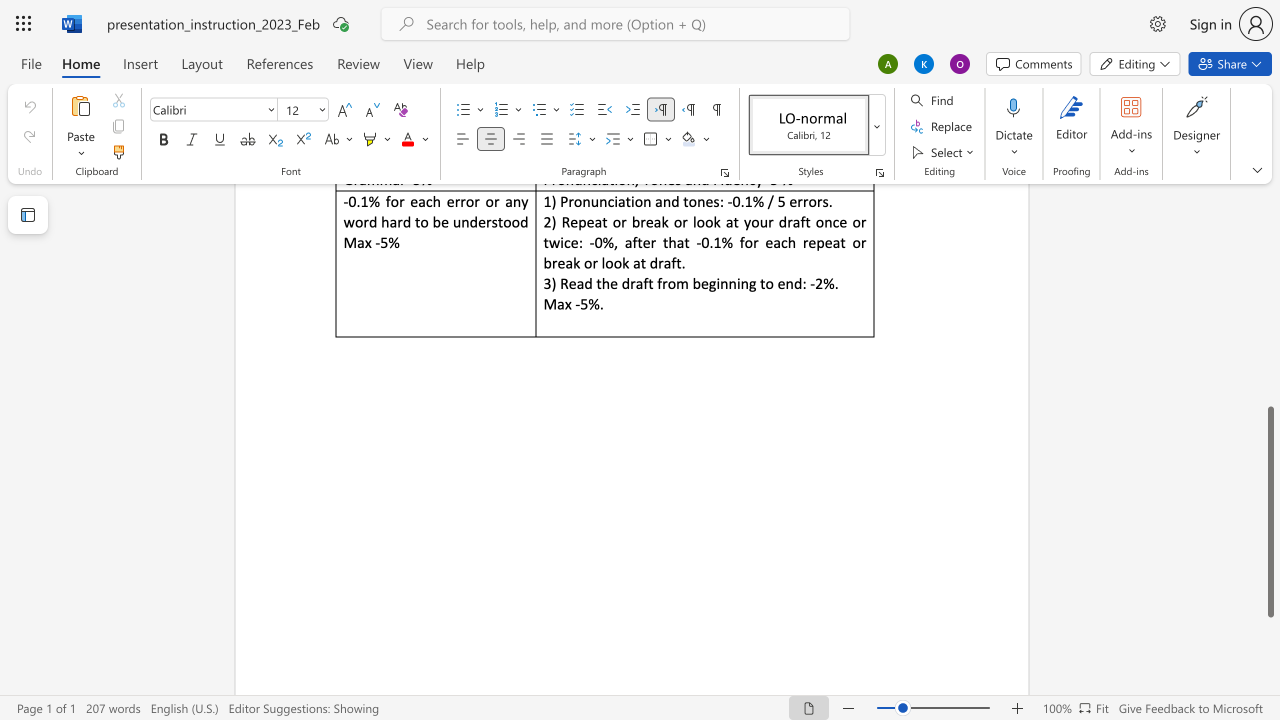  I want to click on the scrollbar on the right to shift the page higher, so click(1269, 248).